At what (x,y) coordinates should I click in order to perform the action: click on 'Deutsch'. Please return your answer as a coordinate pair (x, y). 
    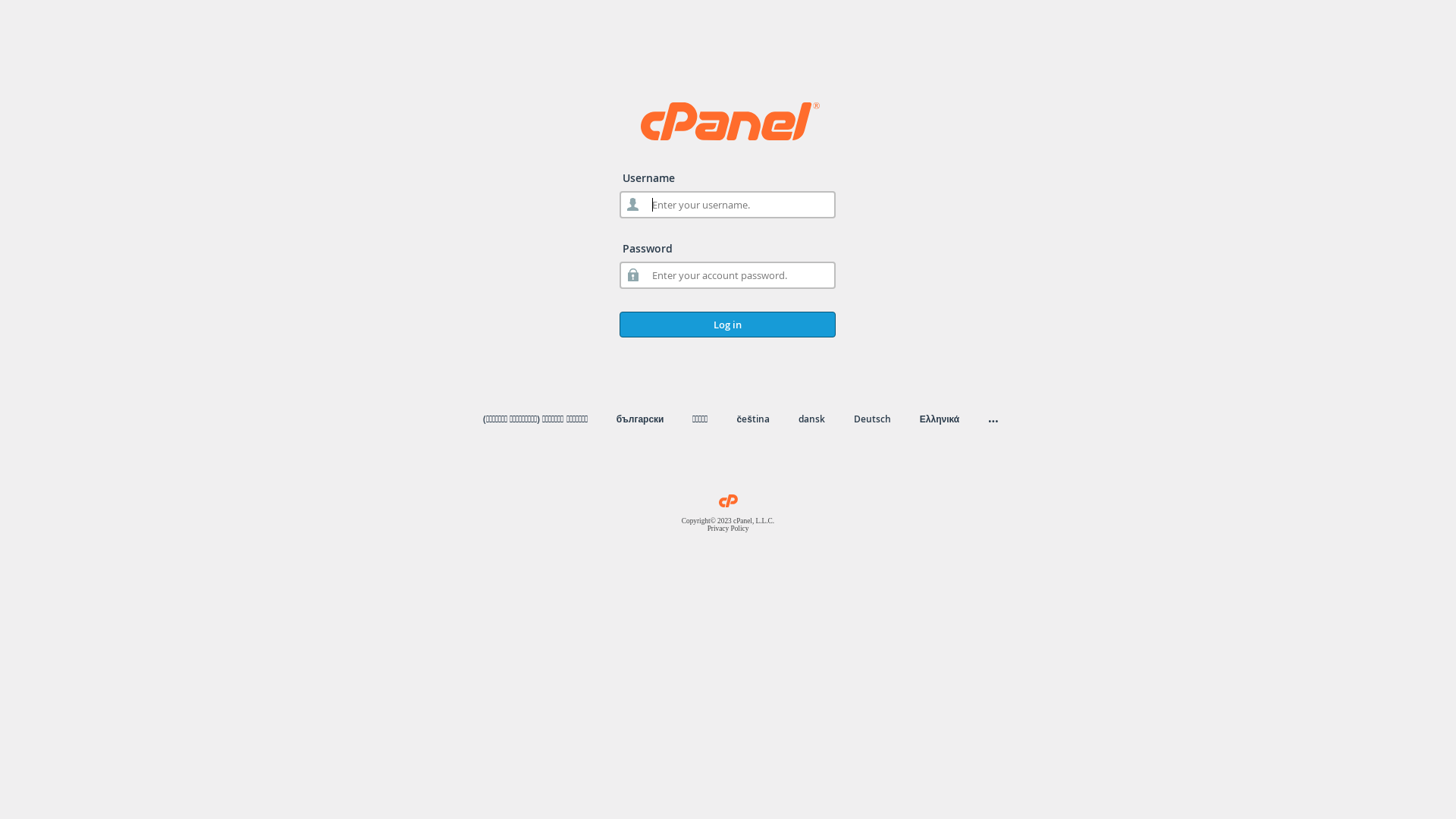
    Looking at the image, I should click on (872, 419).